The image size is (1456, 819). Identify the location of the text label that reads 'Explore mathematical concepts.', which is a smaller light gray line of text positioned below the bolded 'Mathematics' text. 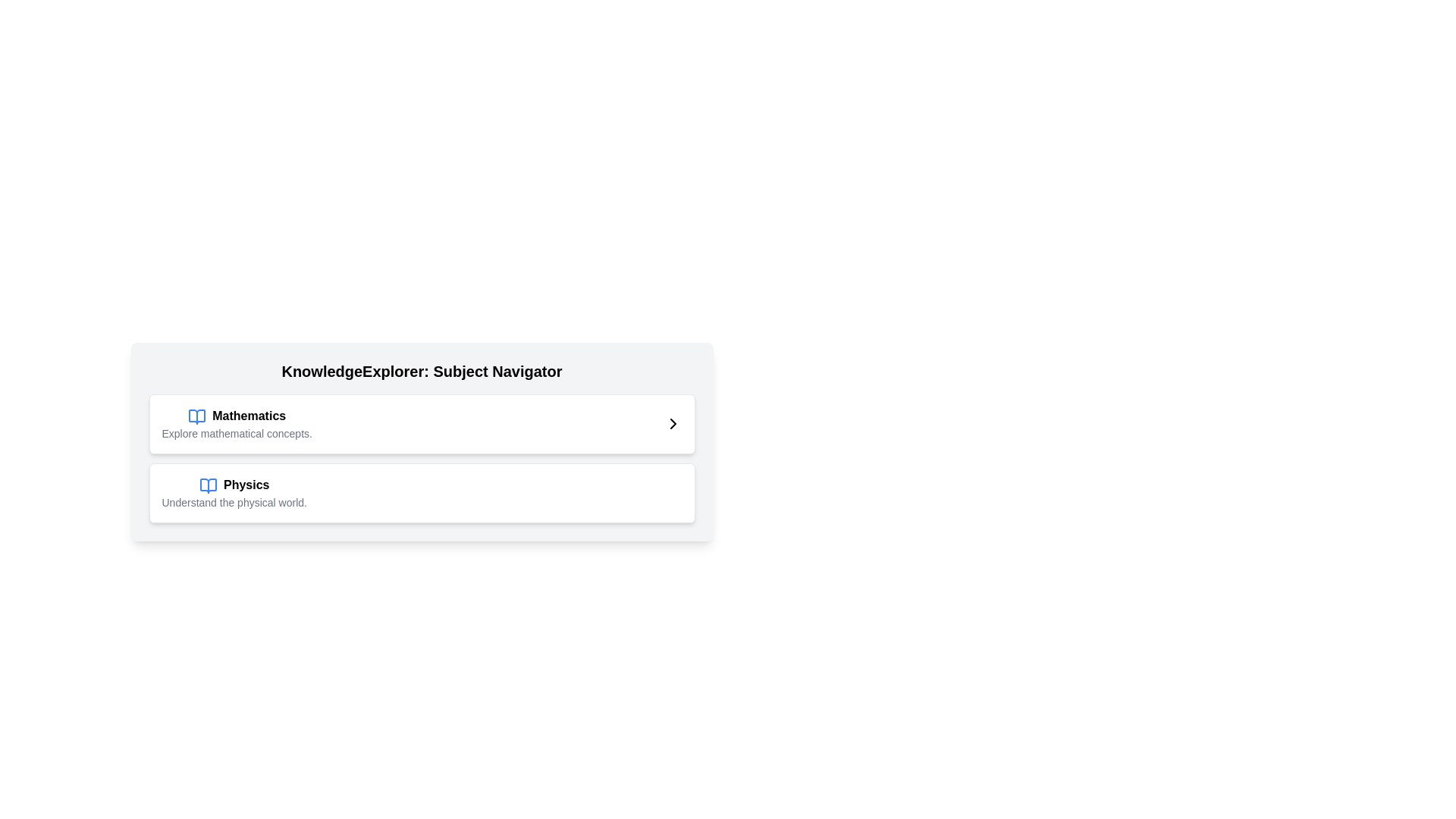
(236, 433).